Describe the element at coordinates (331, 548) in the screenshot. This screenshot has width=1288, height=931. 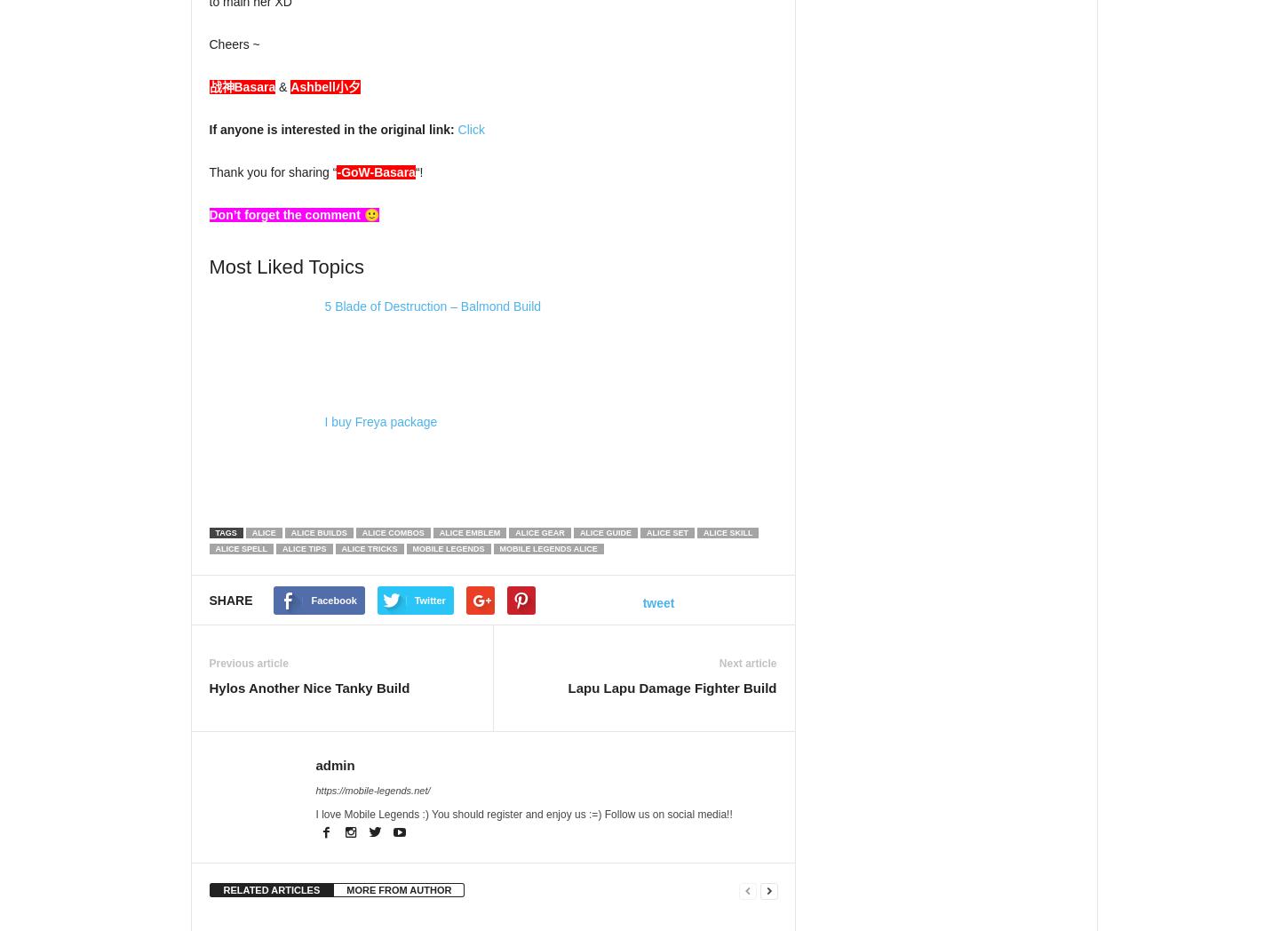
I see `'Alice Tricks'` at that location.